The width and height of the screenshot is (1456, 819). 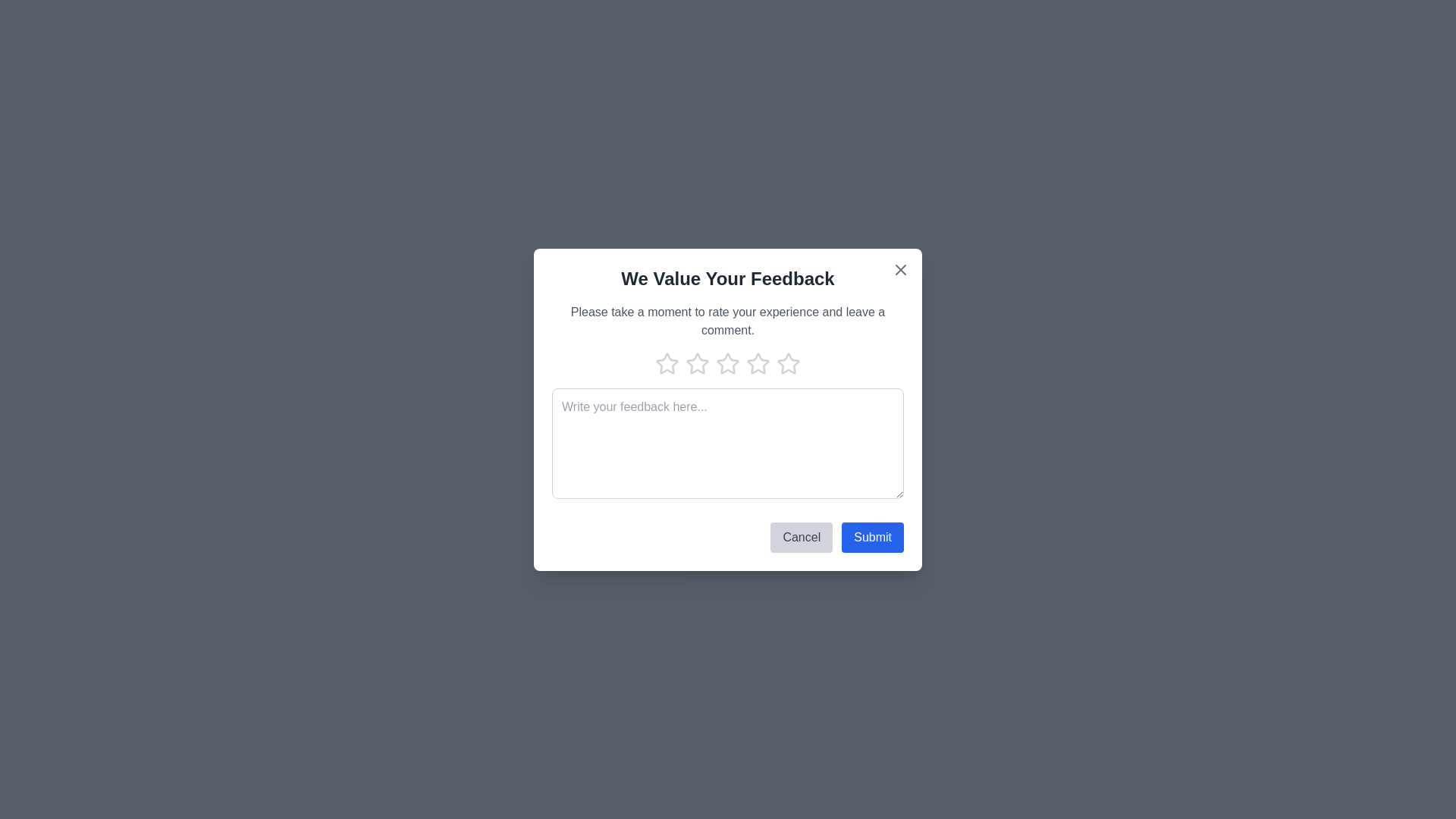 I want to click on the third hollow star icon from the left in the rating interface, so click(x=758, y=362).